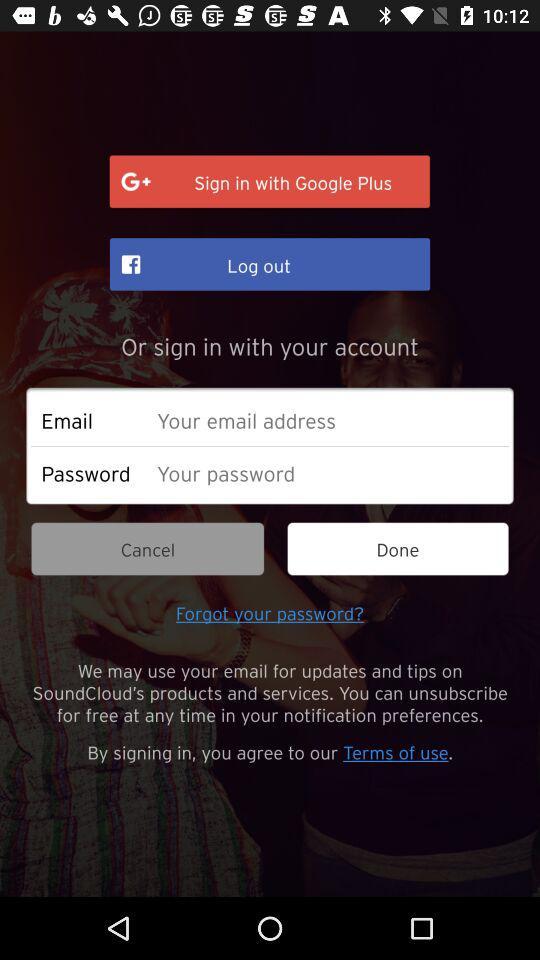 This screenshot has height=960, width=540. Describe the element at coordinates (327, 472) in the screenshot. I see `a strong password is long and complex` at that location.